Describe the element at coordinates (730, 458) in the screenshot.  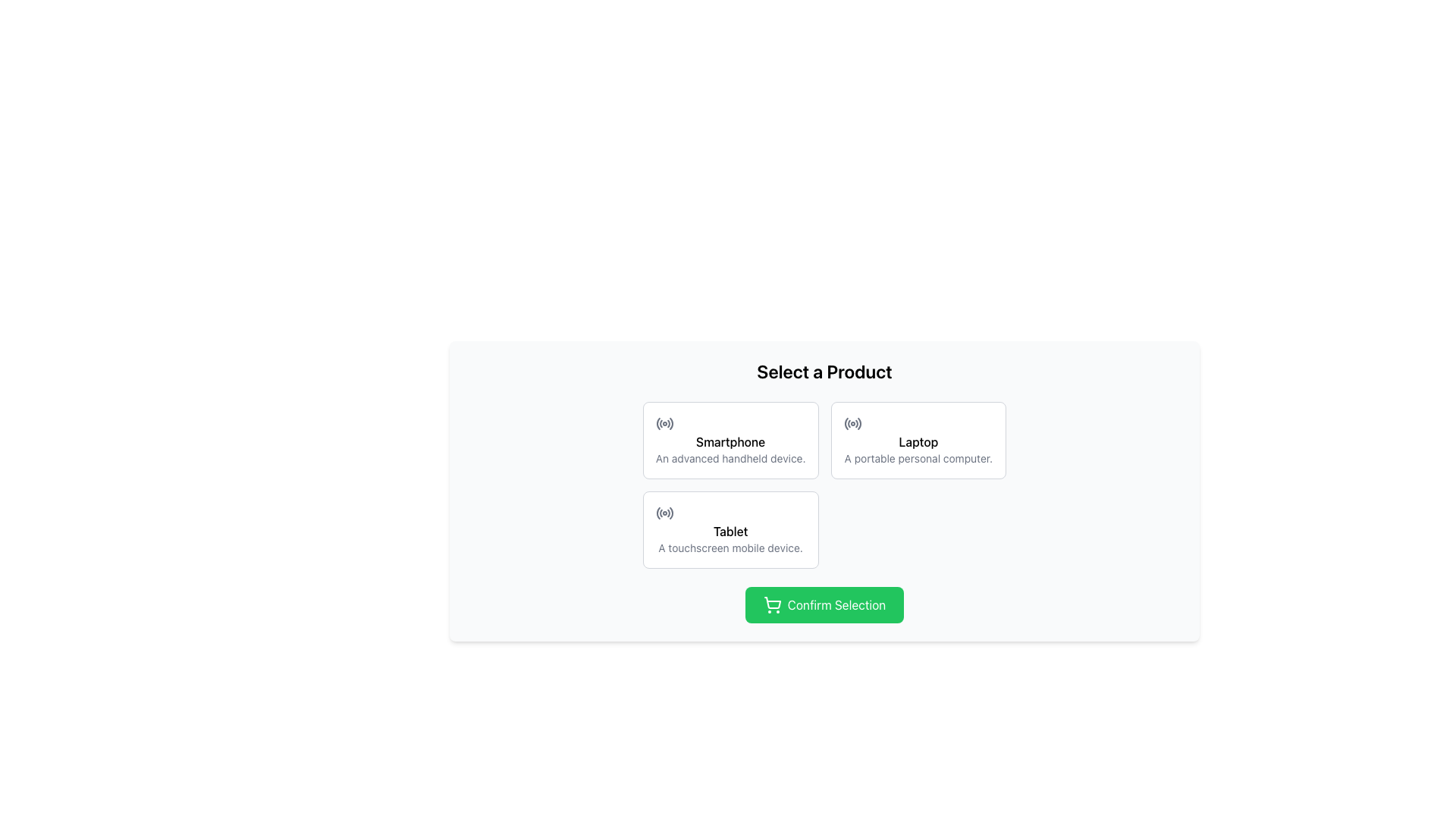
I see `the text label element that reads 'An advanced handheld device.' which is styled in grey and positioned below the 'Smartphone' text within a bordered card` at that location.